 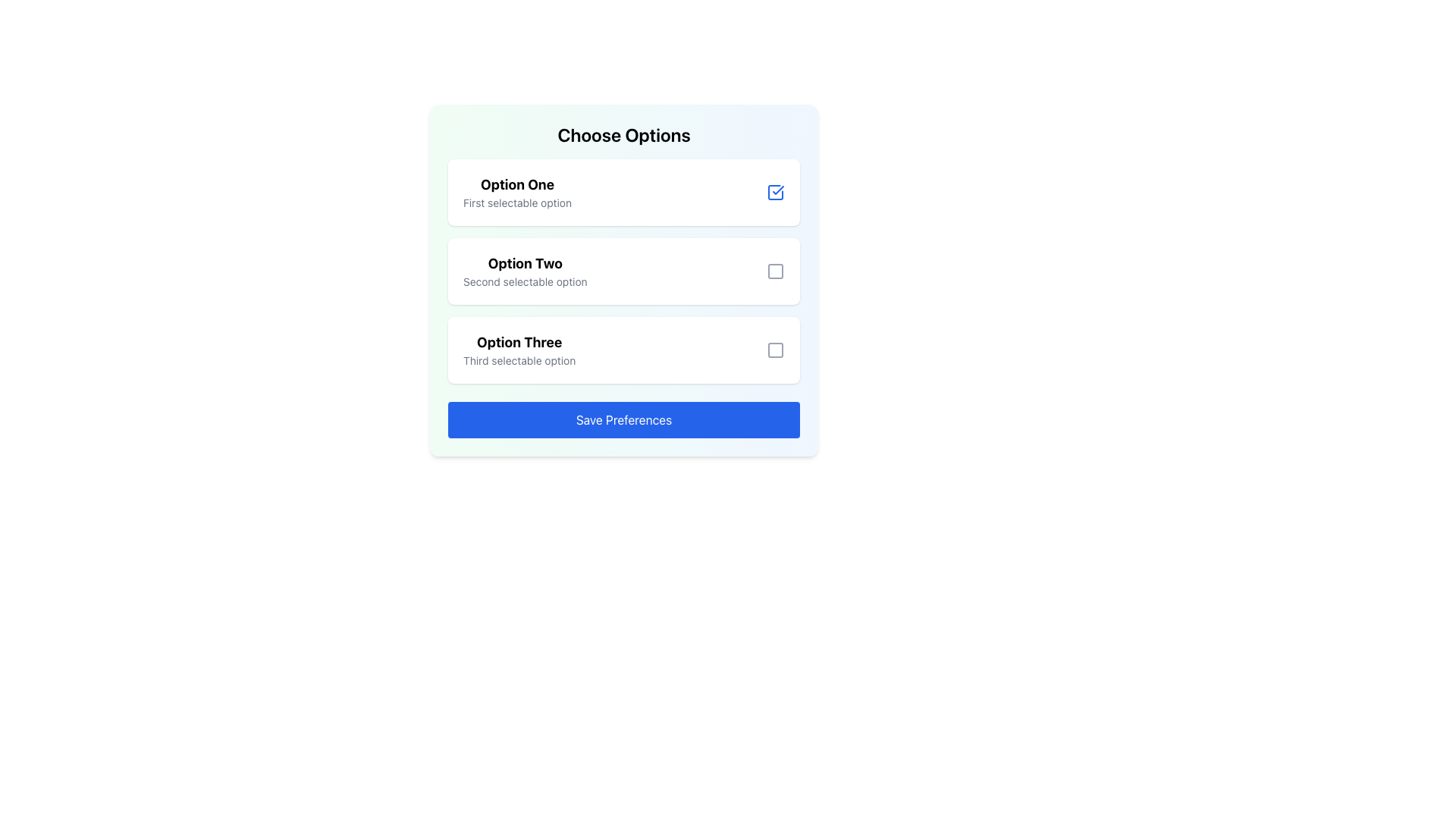 What do you see at coordinates (623, 192) in the screenshot?
I see `the topmost selectable option in the list` at bounding box center [623, 192].